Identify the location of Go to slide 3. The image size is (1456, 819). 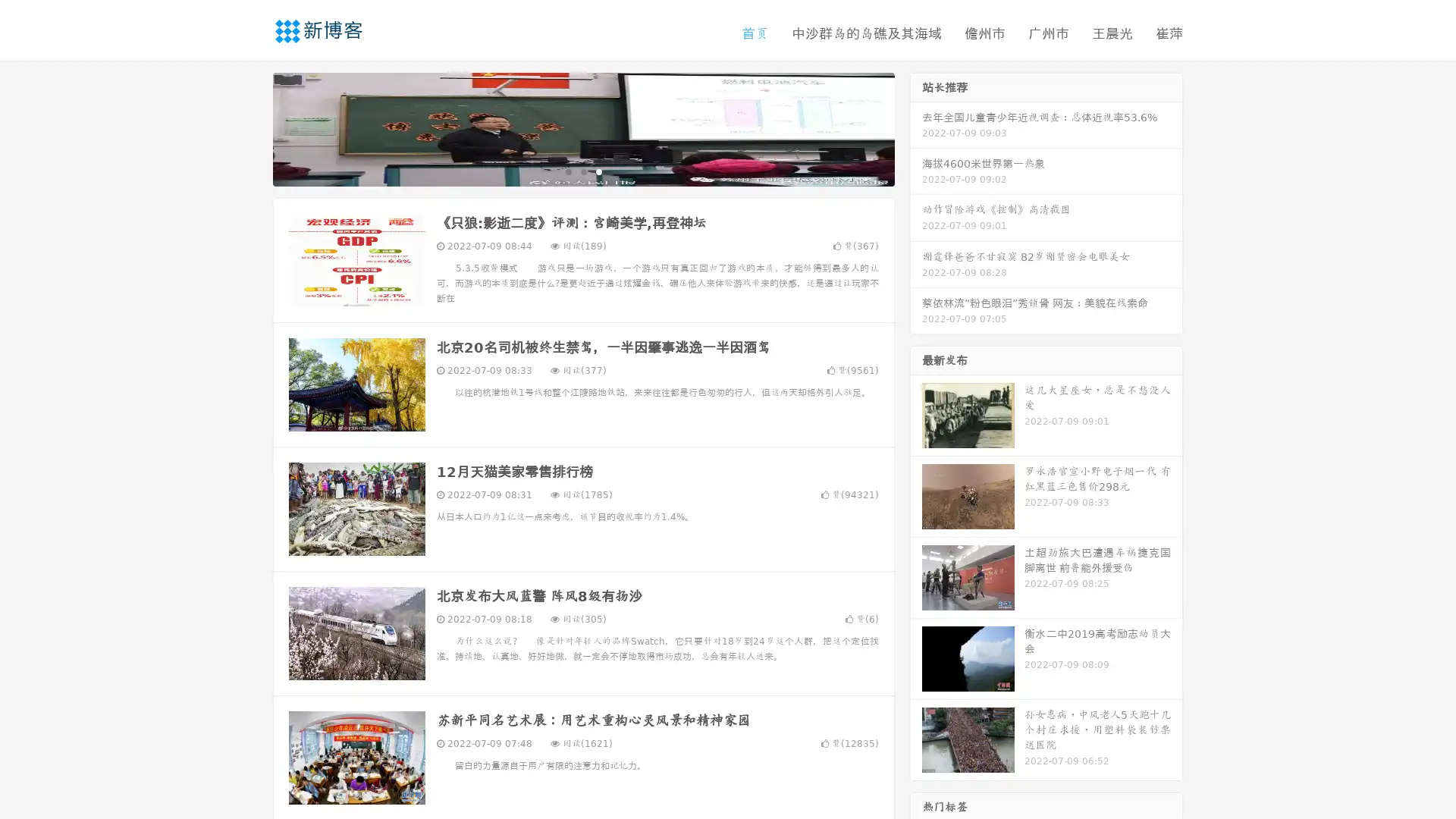
(598, 171).